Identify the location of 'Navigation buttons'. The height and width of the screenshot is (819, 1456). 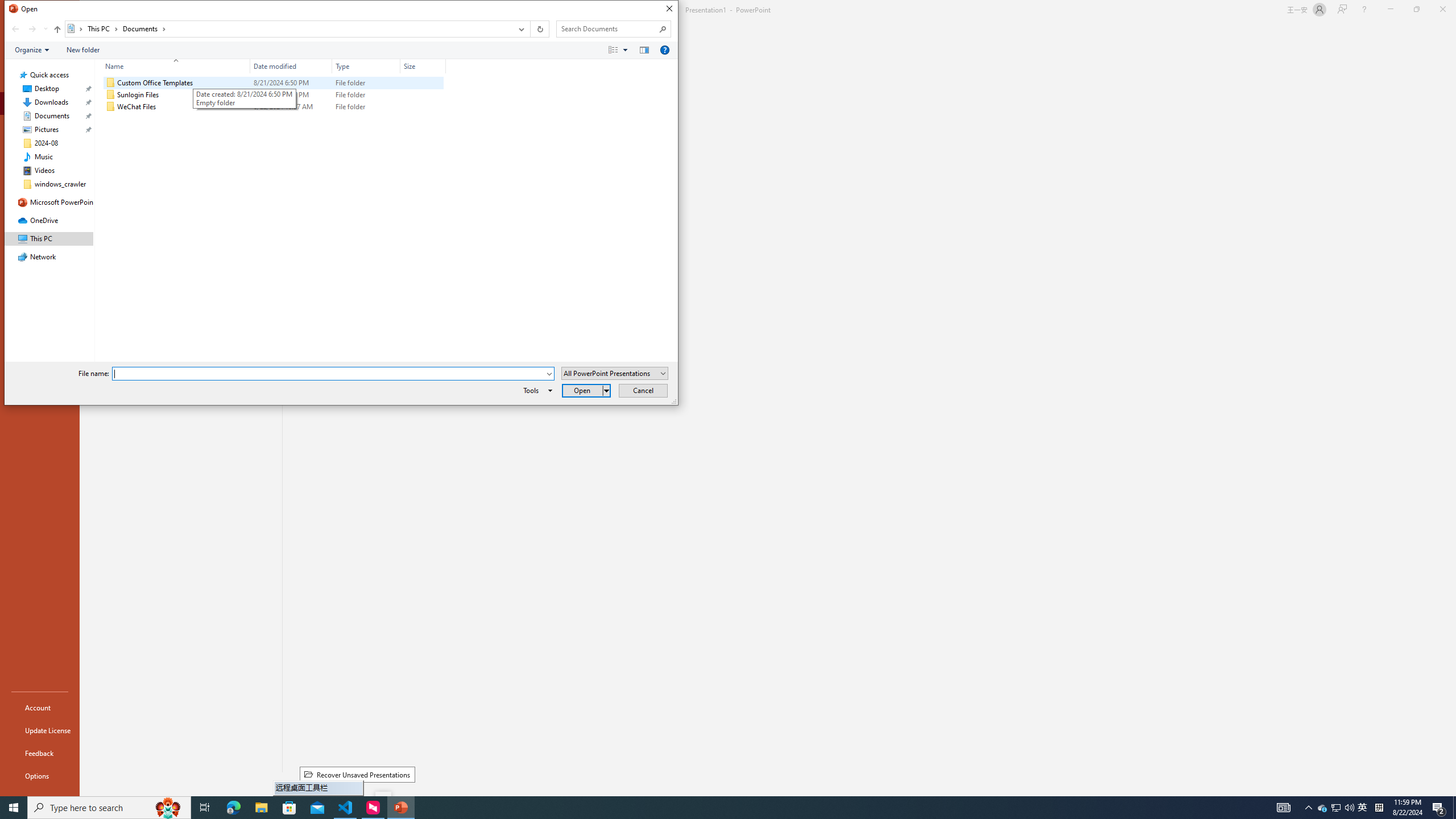
(28, 28).